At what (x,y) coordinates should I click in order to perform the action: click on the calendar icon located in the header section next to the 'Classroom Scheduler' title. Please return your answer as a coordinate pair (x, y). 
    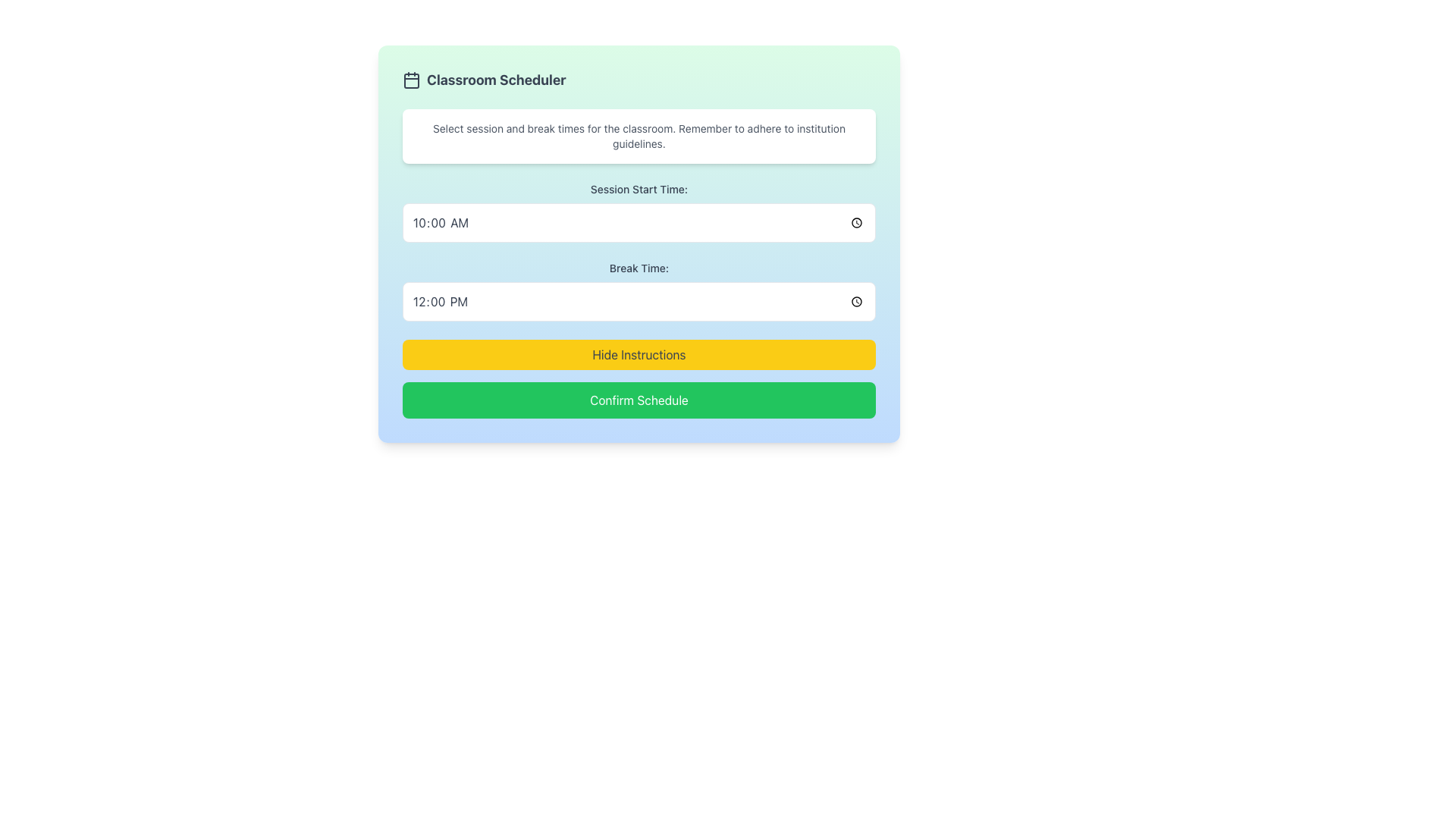
    Looking at the image, I should click on (411, 80).